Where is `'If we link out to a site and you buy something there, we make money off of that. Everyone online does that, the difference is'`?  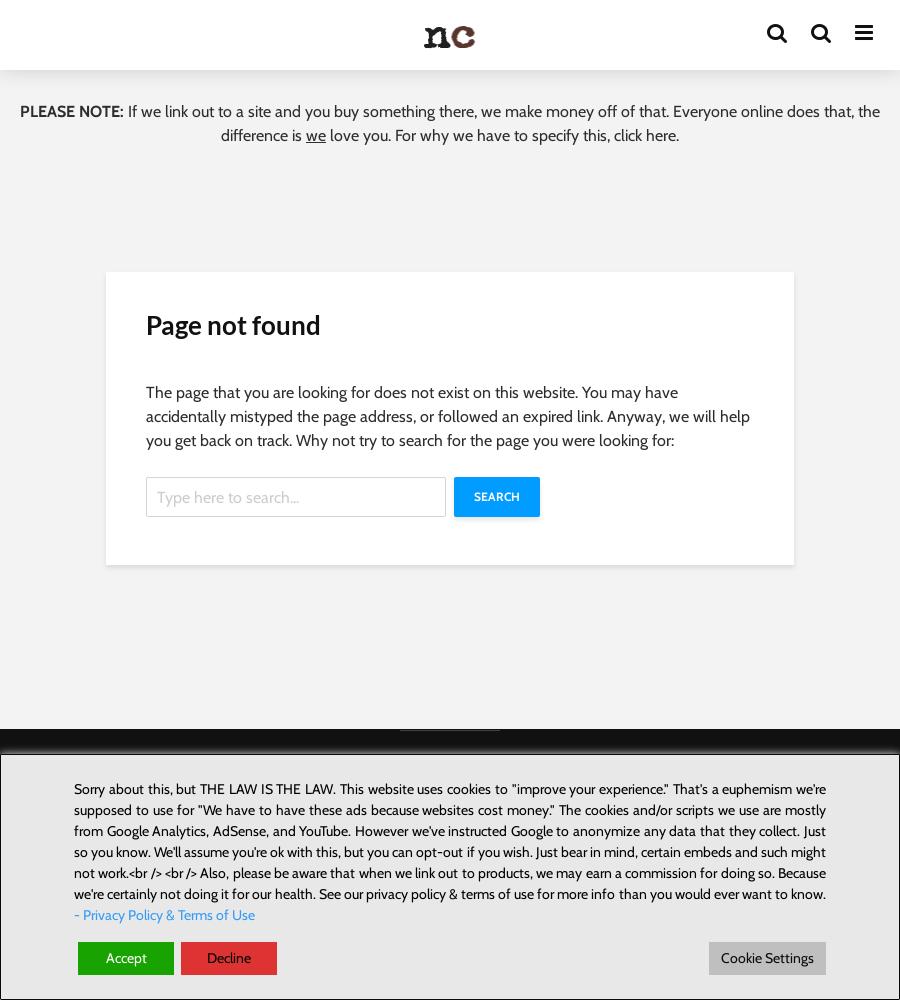
'If we link out to a site and you buy something there, we make money off of that. Everyone online does that, the difference is' is located at coordinates (501, 122).